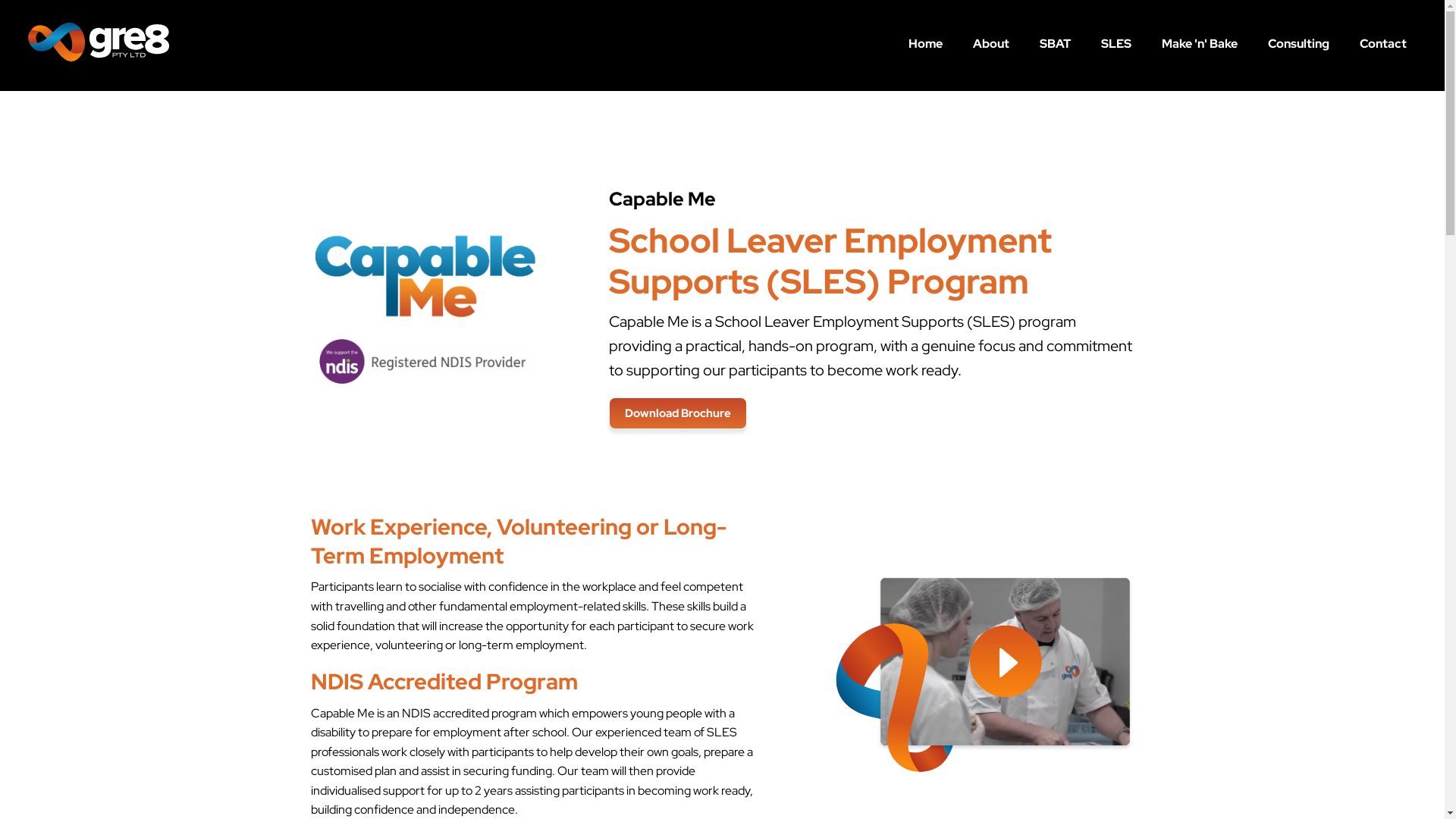  I want to click on 'Home', so click(924, 42).